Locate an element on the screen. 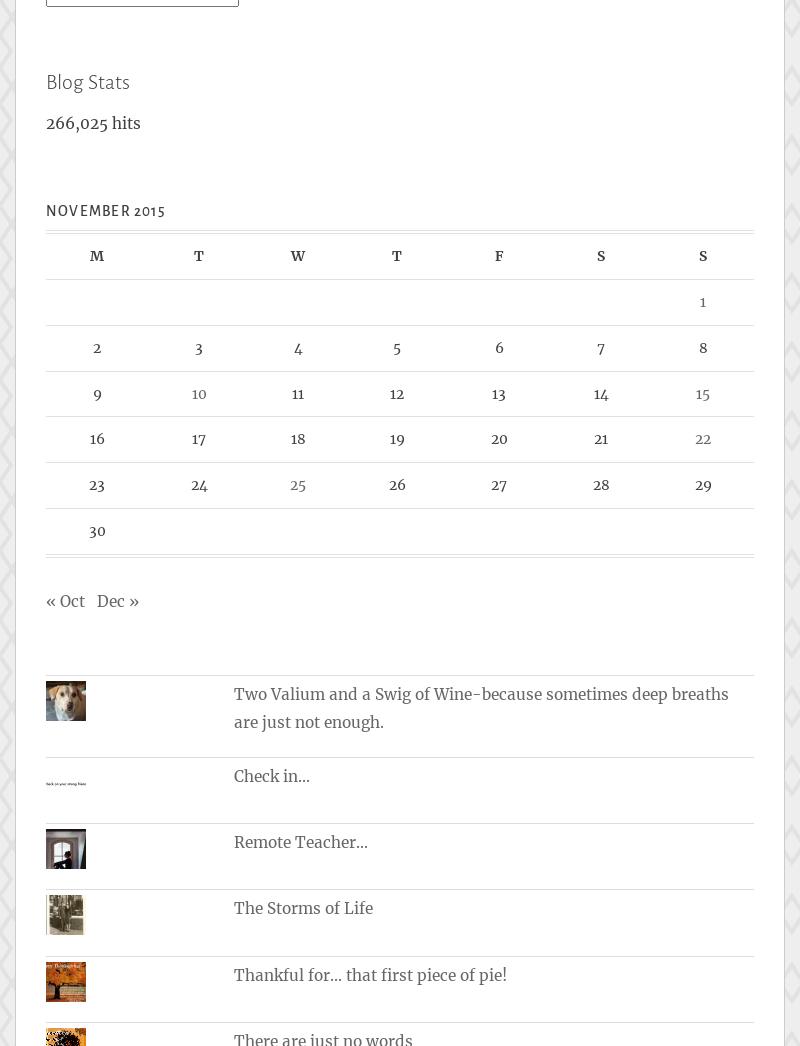 Image resolution: width=800 pixels, height=1046 pixels. 'Blog Stats' is located at coordinates (88, 80).